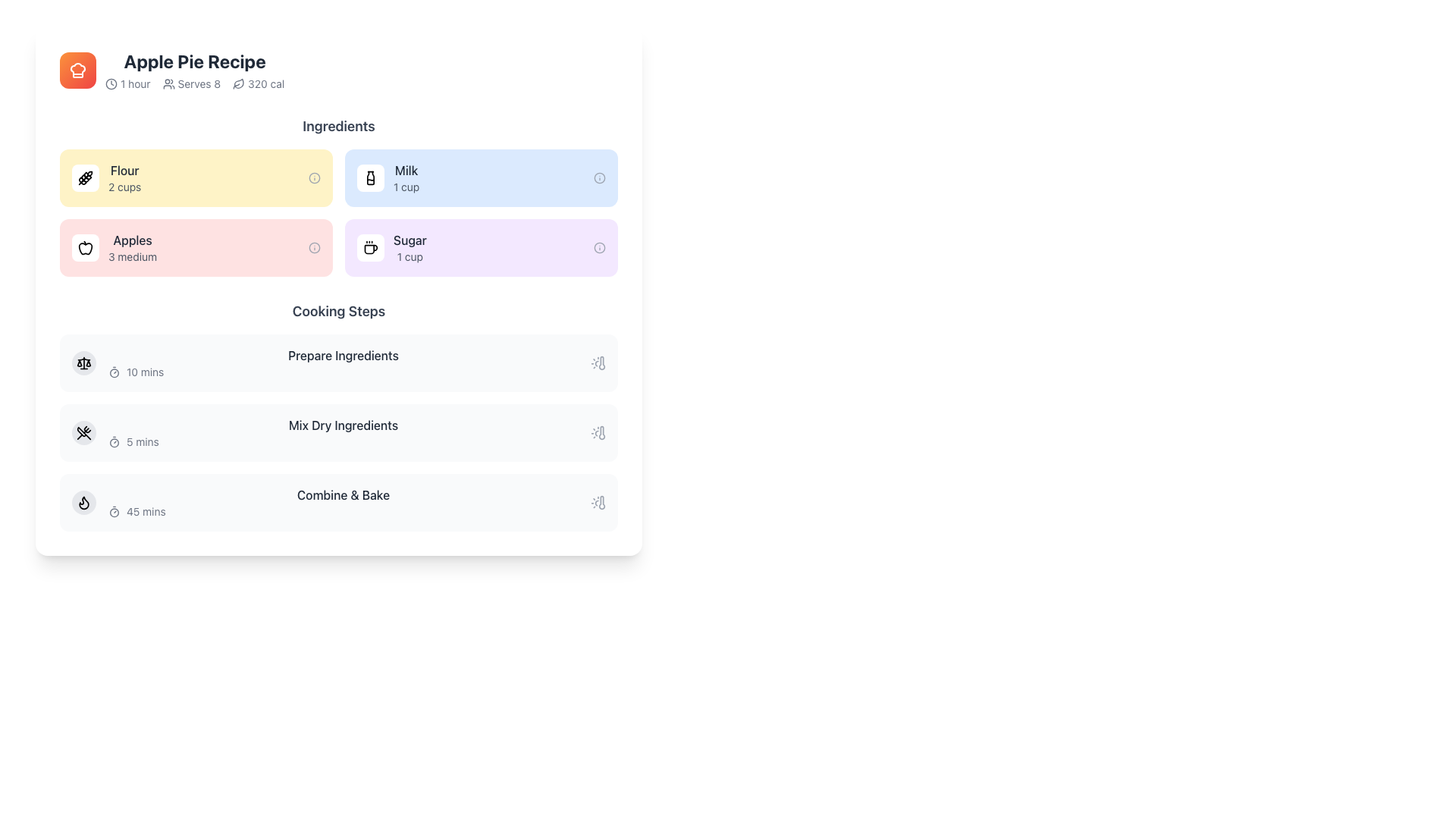 The height and width of the screenshot is (819, 1456). I want to click on the visual representation of the outer circular shape of the informational icon located in the top-right corner of the yellow ingredient card labeled 'Flour' within the 'Ingredients' section, so click(313, 177).